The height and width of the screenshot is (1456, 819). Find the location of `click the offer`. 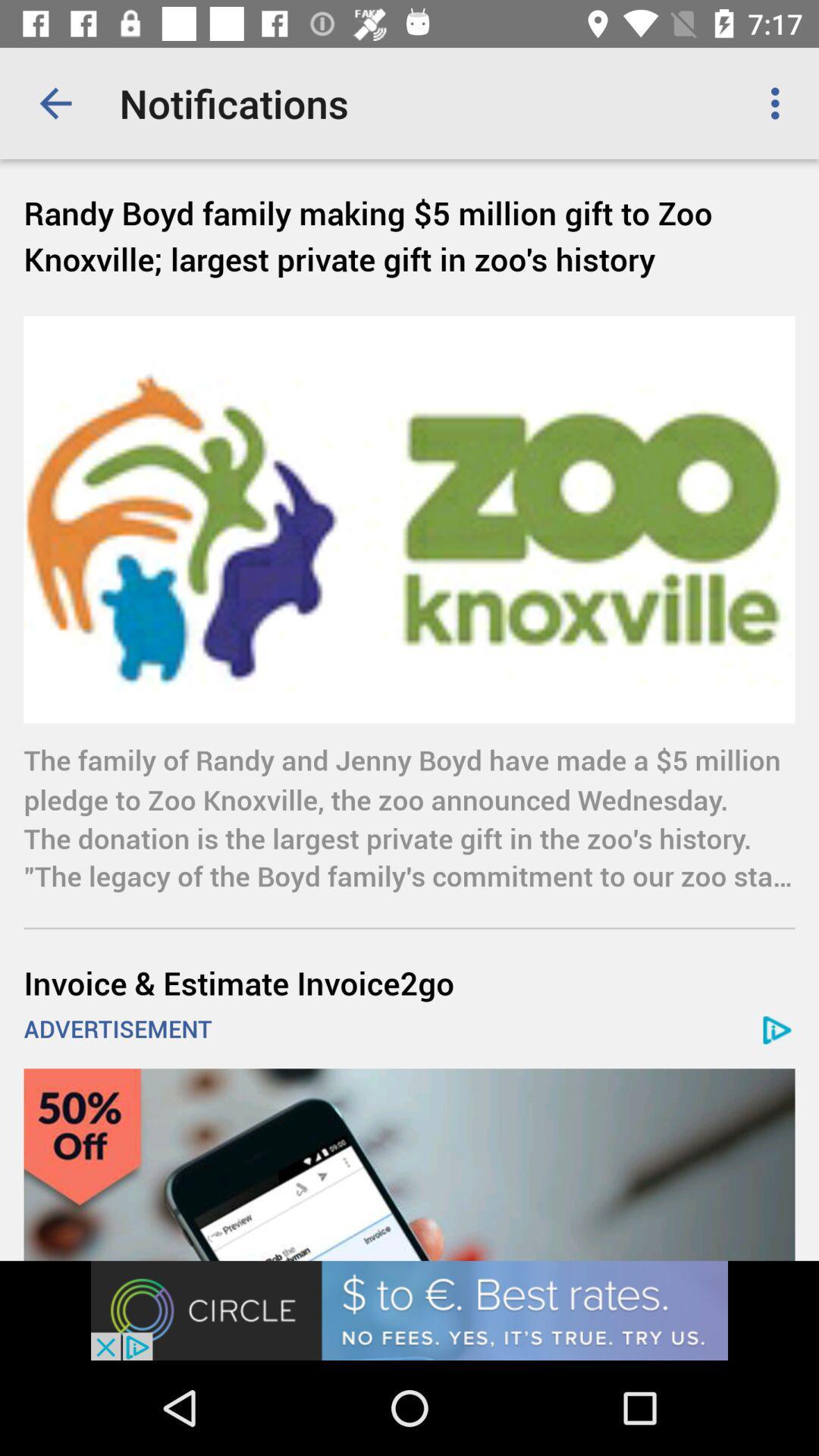

click the offer is located at coordinates (409, 1164).